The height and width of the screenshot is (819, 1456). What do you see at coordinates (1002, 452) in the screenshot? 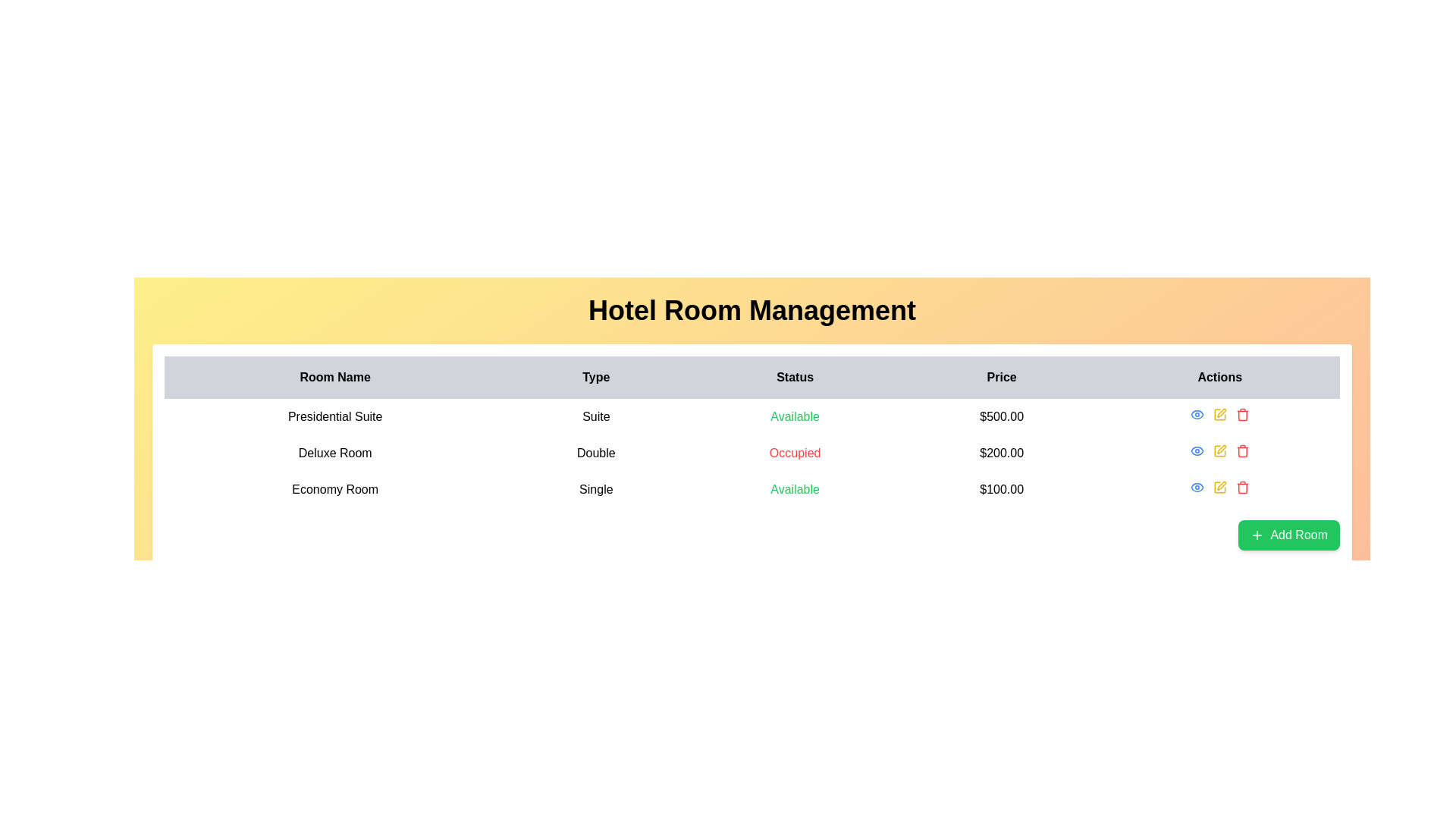
I see `the text '$200.00' displayed in black font under the 'Price' column in the second row of the table` at bounding box center [1002, 452].